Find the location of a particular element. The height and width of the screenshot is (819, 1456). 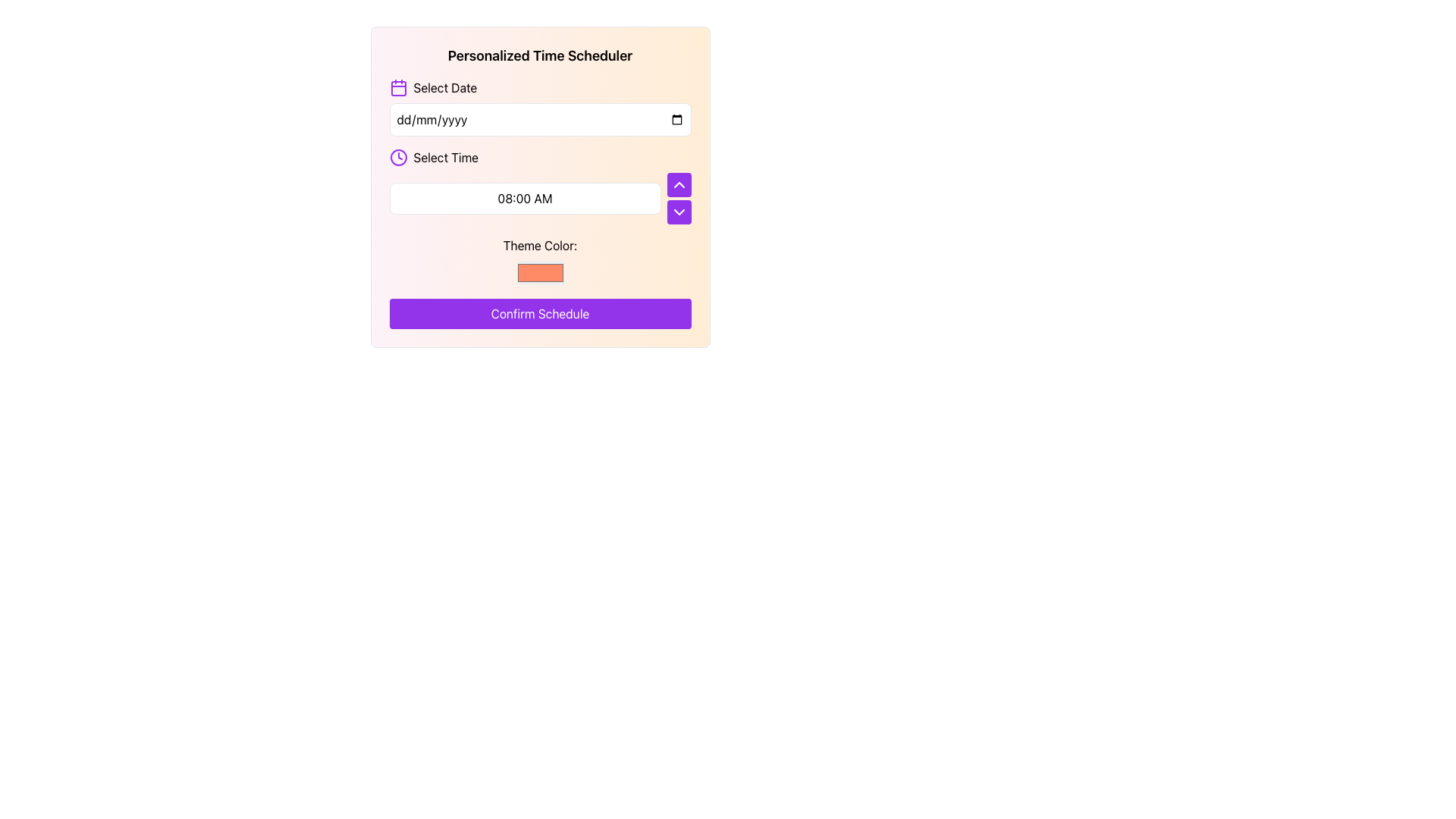

the chevron icon located at the bottom right of the 'Select Time' section is located at coordinates (678, 212).